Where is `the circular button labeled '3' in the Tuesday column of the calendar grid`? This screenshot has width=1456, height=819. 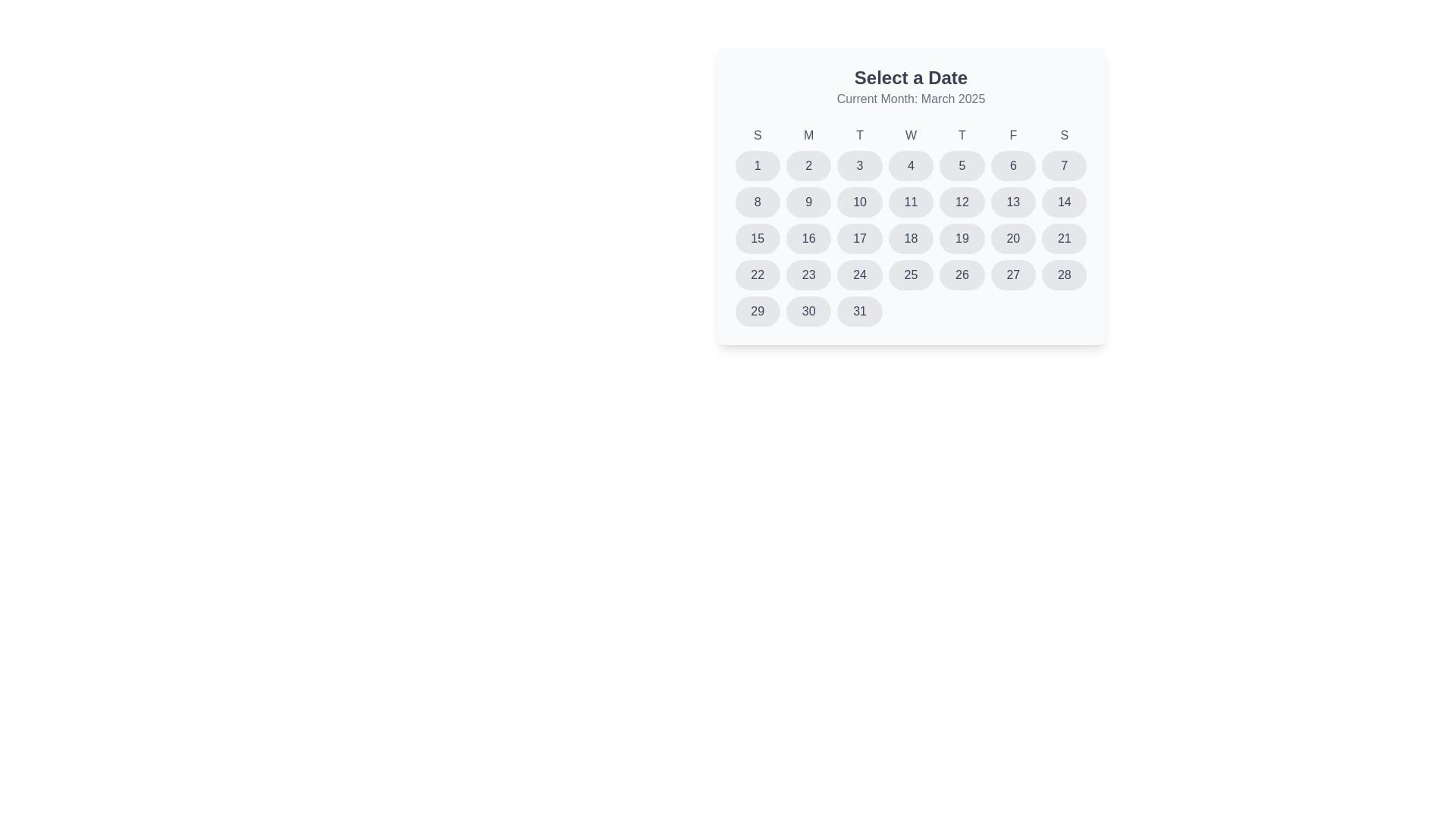 the circular button labeled '3' in the Tuesday column of the calendar grid is located at coordinates (860, 166).